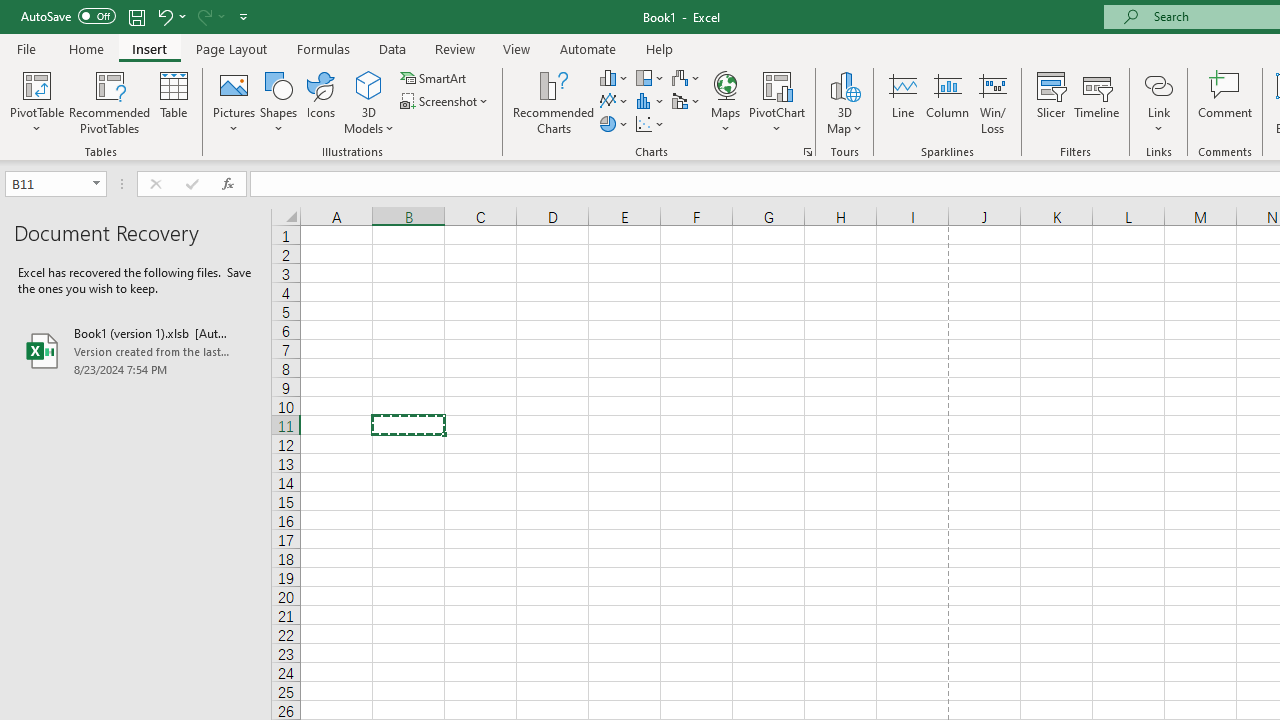  What do you see at coordinates (651, 77) in the screenshot?
I see `'Insert Hierarchy Chart'` at bounding box center [651, 77].